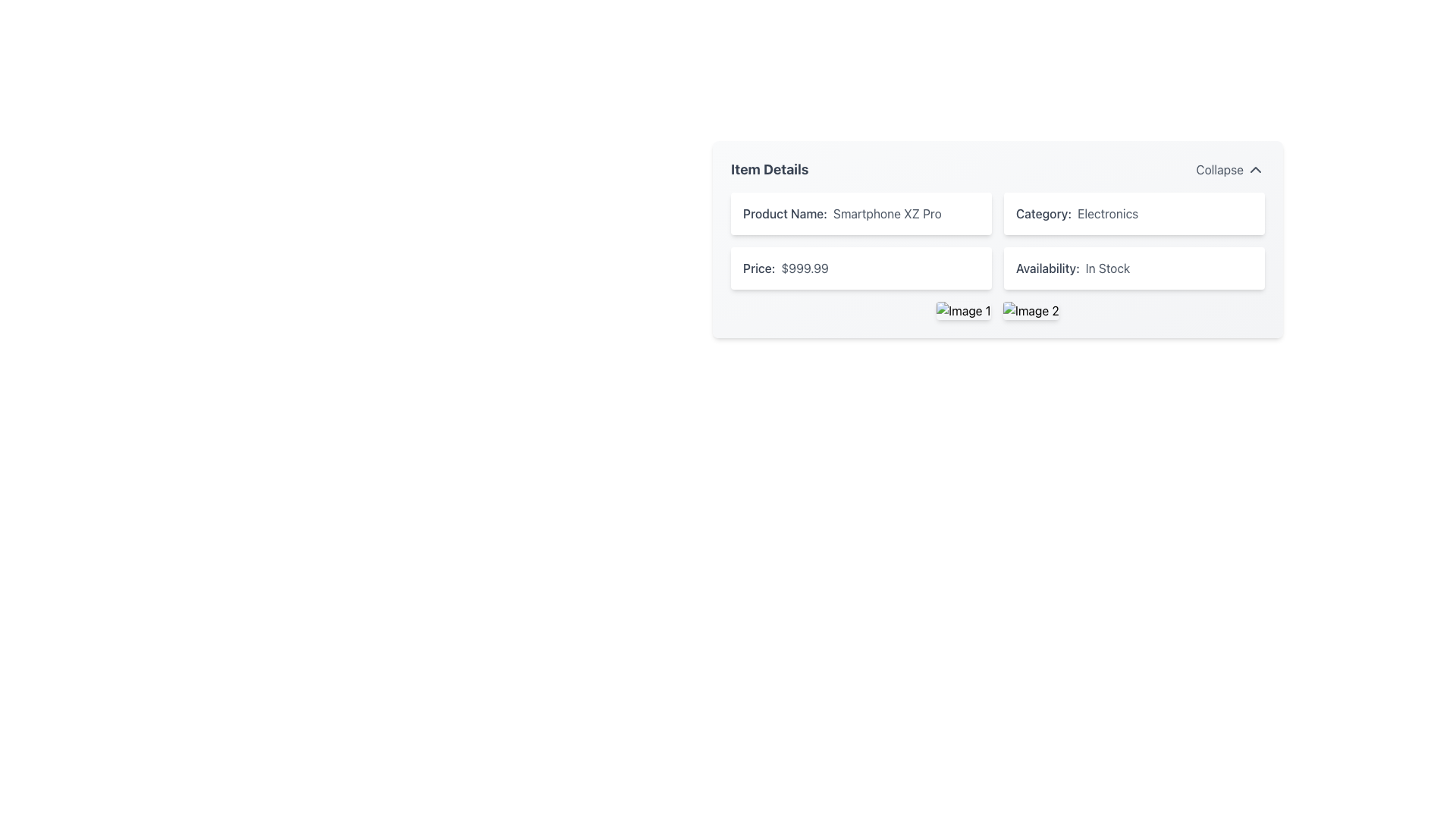 This screenshot has height=819, width=1456. I want to click on the 'In Stock' label, which is styled in gray and positioned next to 'Availability:' on the right side, so click(1108, 268).